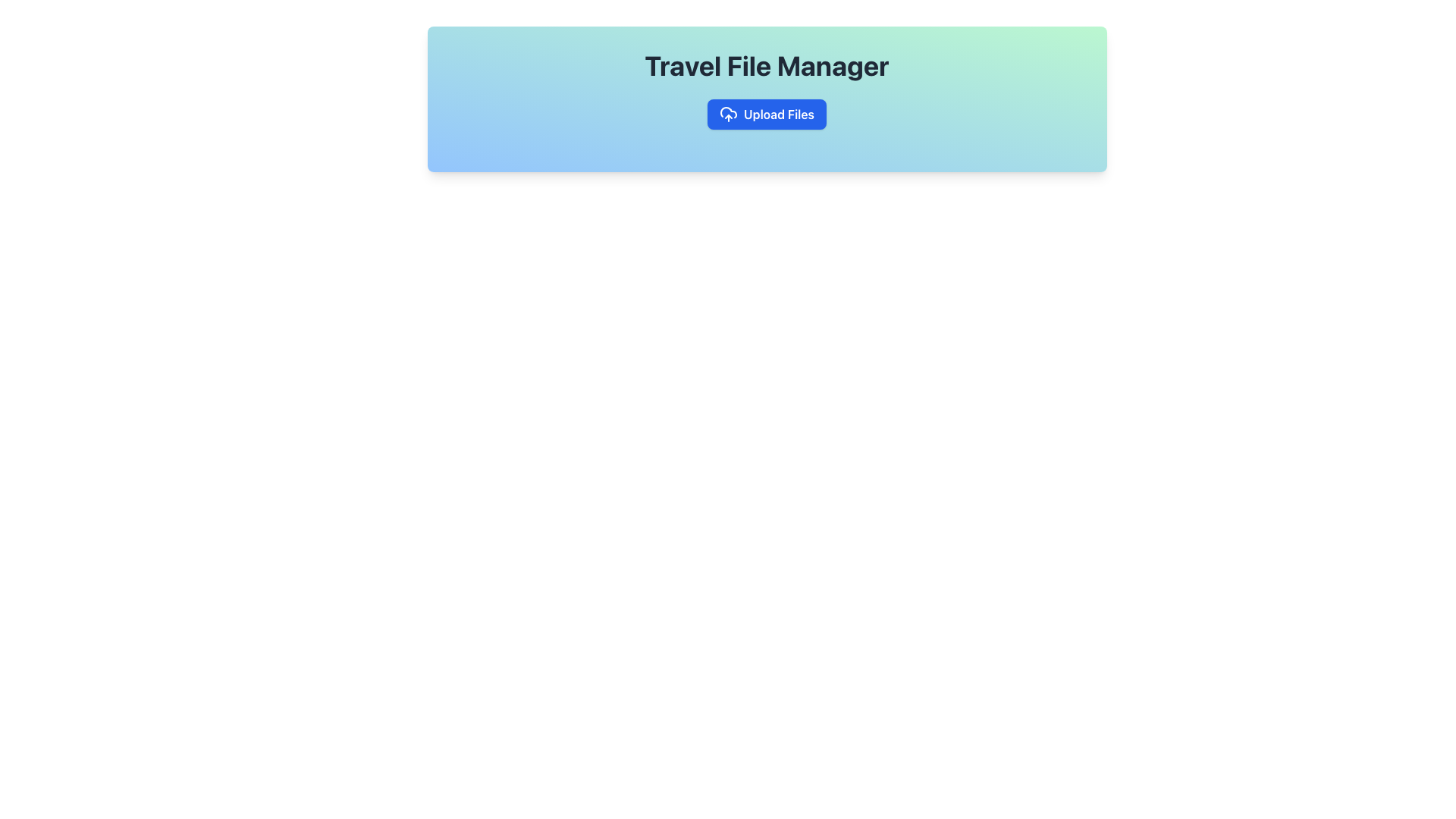 The image size is (1456, 819). What do you see at coordinates (767, 113) in the screenshot?
I see `the upload button located beneath the 'Travel File Manager' heading to initiate the file upload process` at bounding box center [767, 113].